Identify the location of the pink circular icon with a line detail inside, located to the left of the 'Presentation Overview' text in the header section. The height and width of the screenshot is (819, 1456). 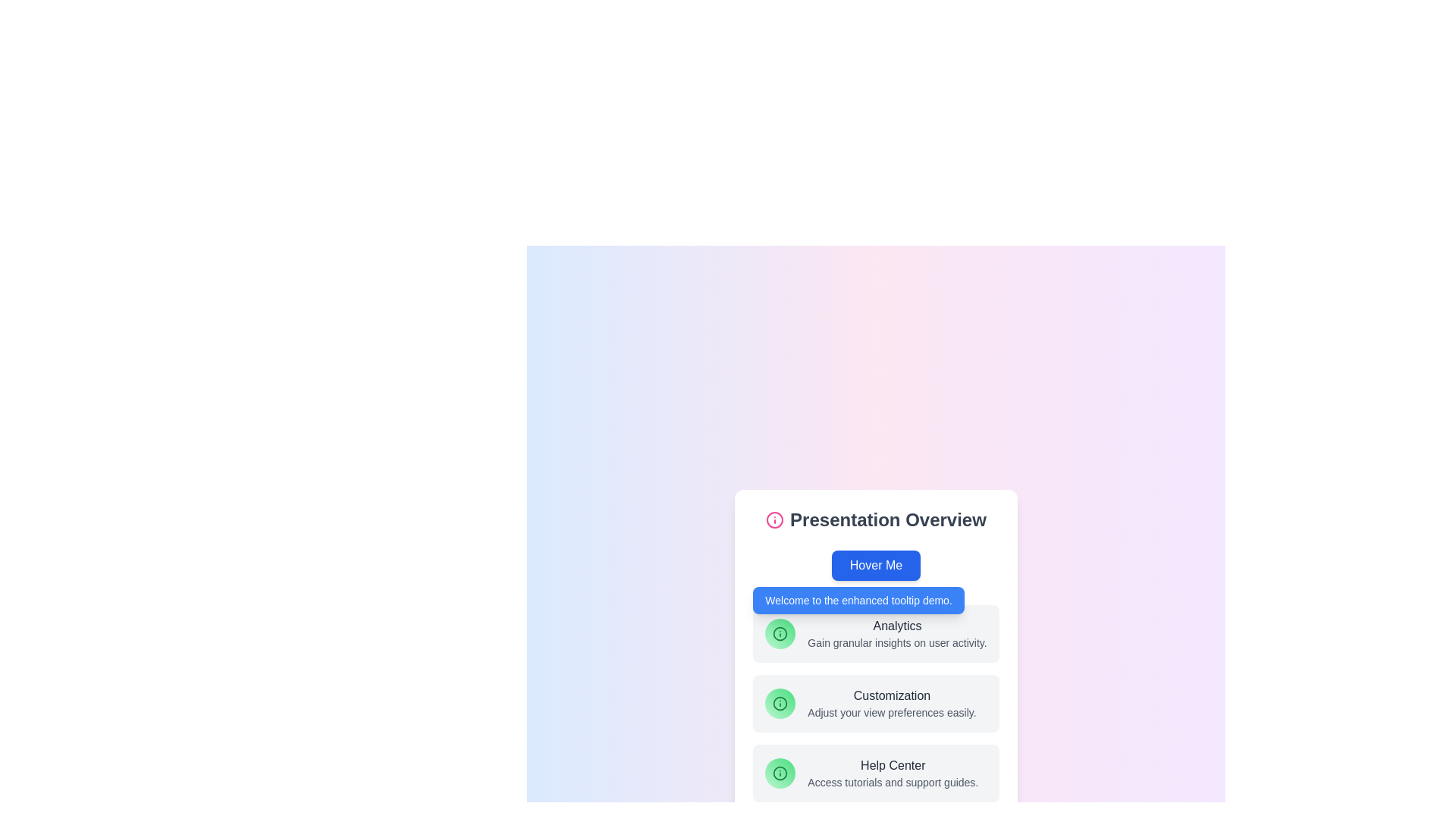
(775, 519).